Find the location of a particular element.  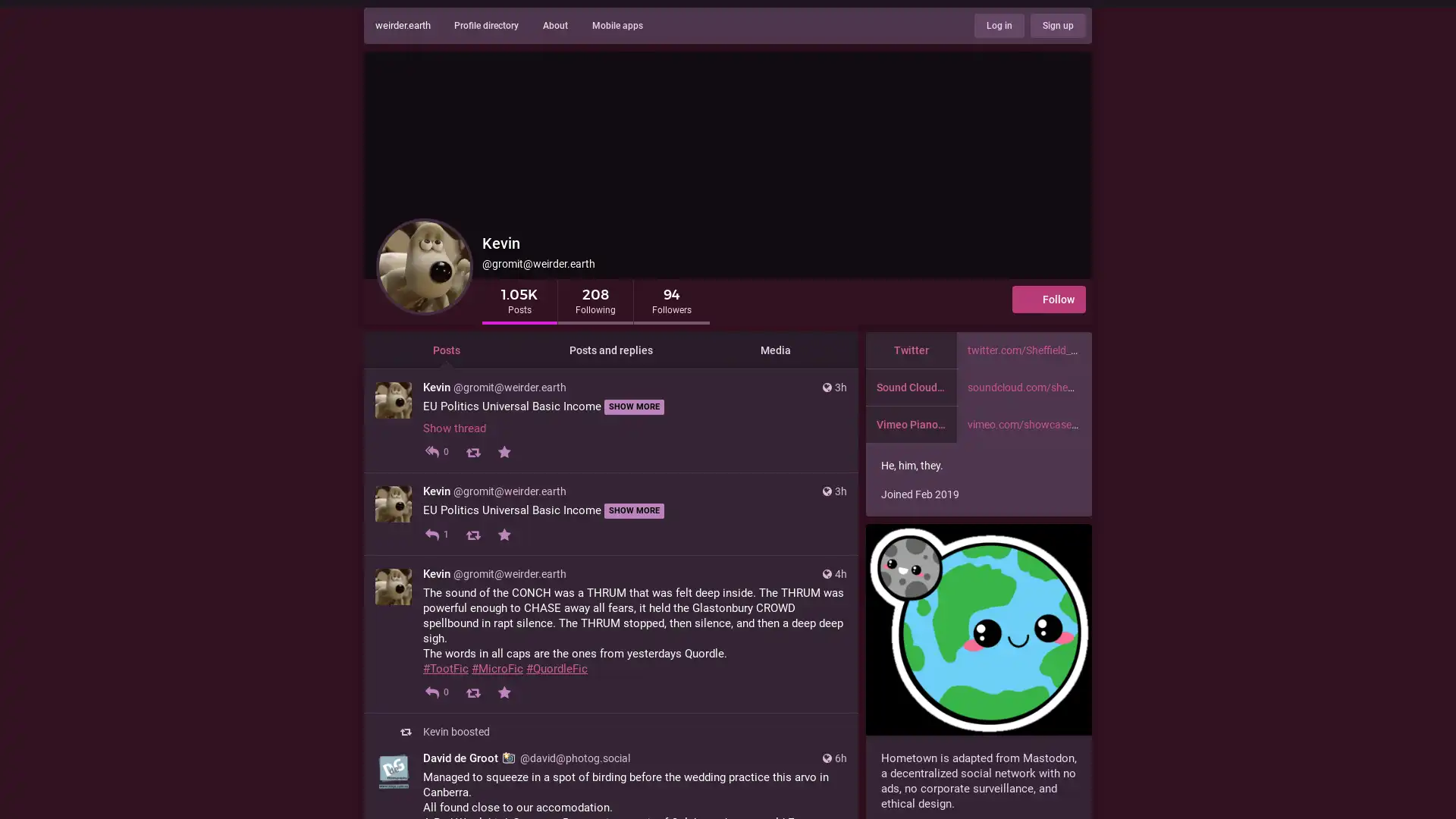

SHOW MORE is located at coordinates (634, 406).